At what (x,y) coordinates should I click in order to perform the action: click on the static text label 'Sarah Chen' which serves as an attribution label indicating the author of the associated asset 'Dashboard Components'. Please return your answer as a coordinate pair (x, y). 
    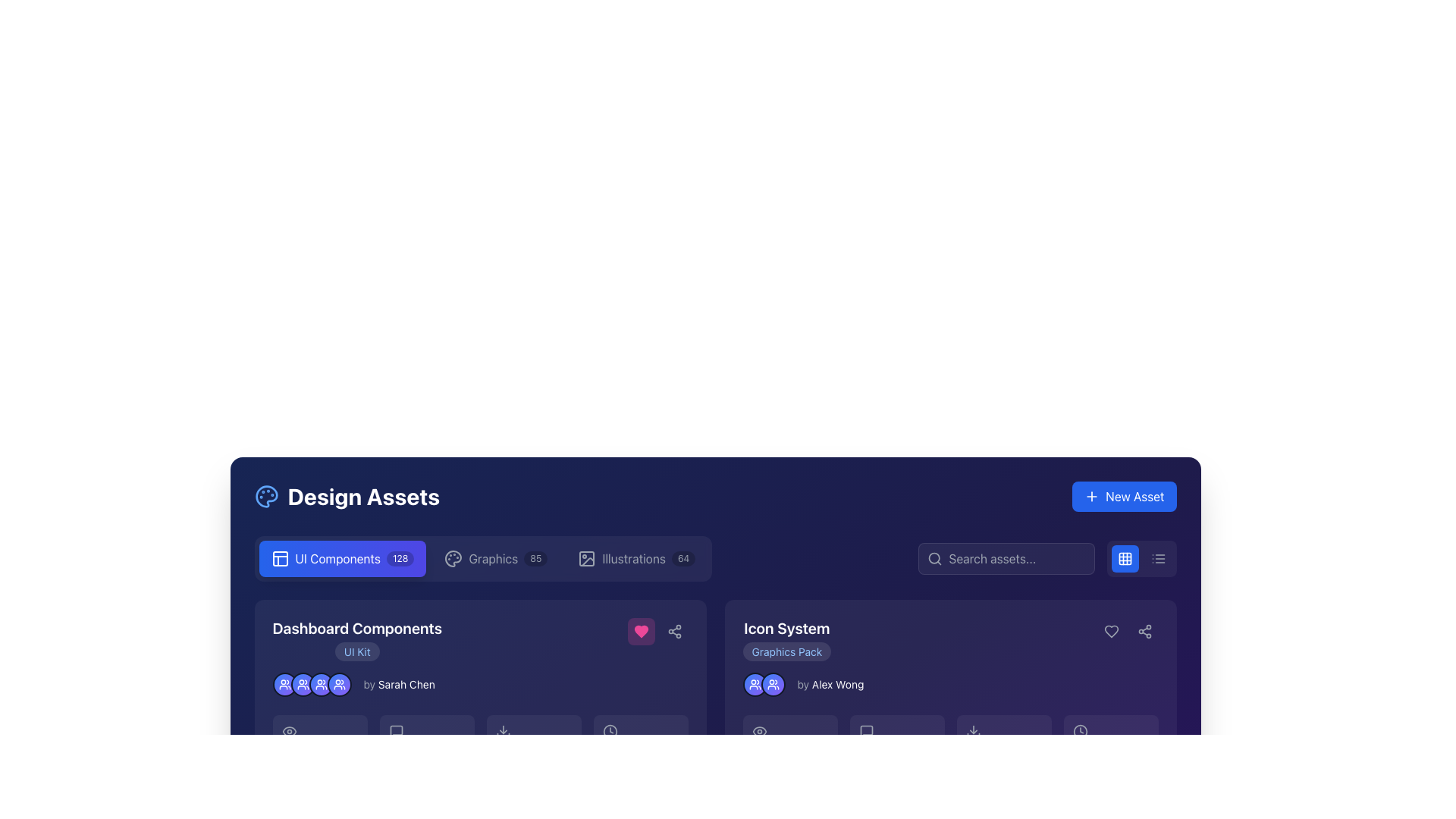
    Looking at the image, I should click on (406, 684).